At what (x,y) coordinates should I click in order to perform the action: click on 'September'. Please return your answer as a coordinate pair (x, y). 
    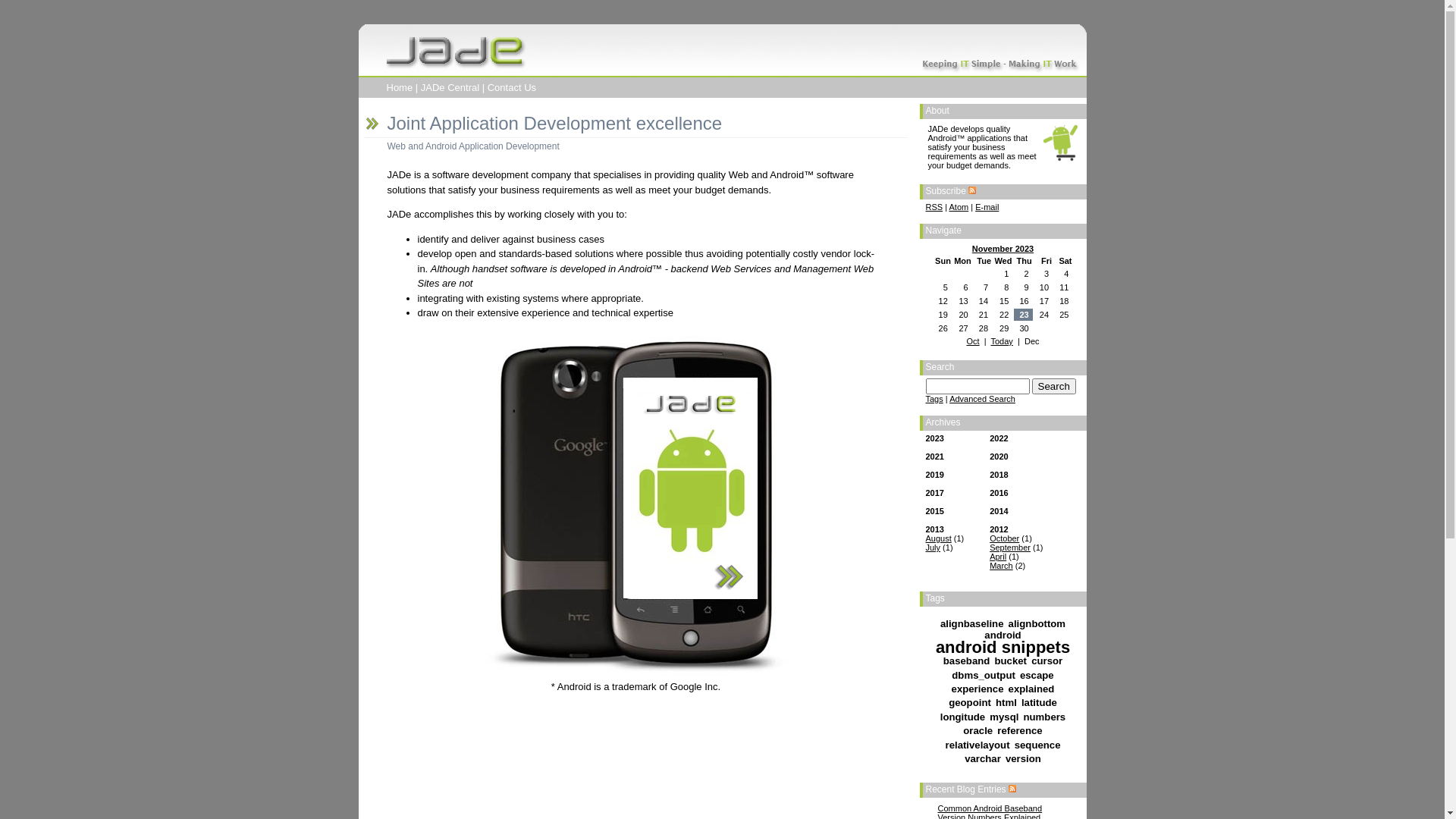
    Looking at the image, I should click on (1009, 547).